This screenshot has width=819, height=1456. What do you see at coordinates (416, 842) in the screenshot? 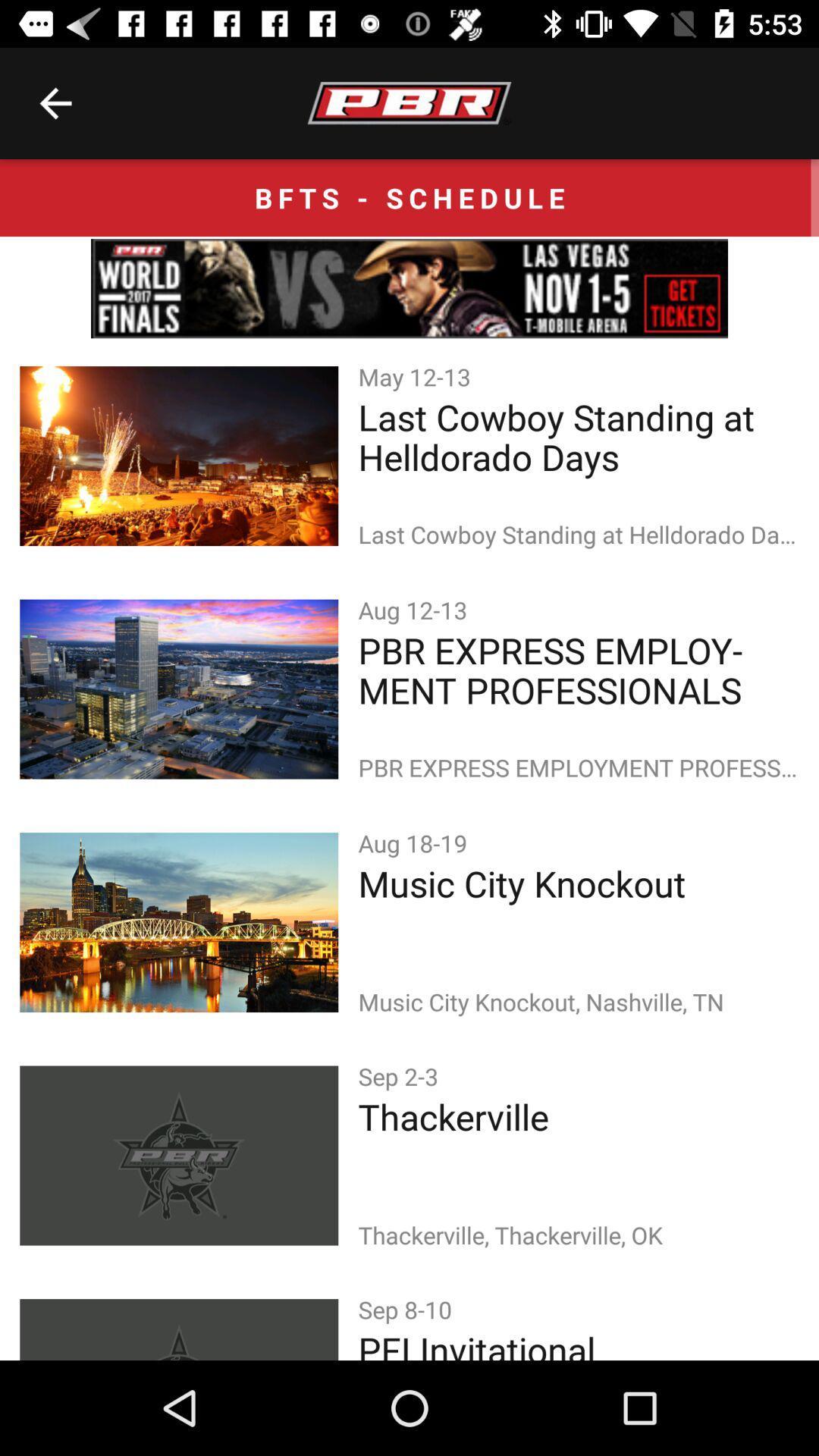
I see `the aug 18-19 item` at bounding box center [416, 842].